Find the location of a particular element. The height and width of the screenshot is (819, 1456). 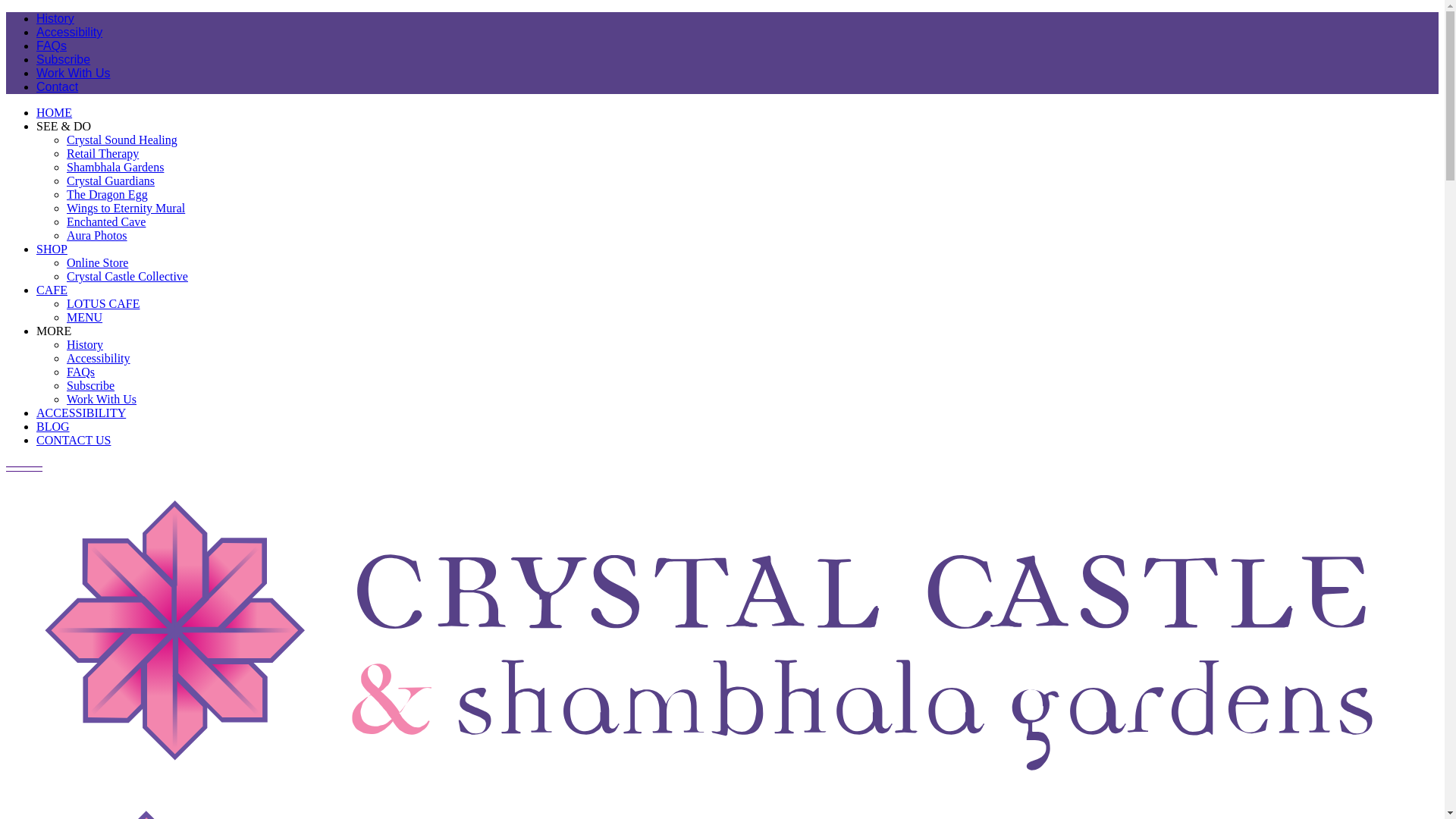

'CONTACT US' is located at coordinates (72, 440).